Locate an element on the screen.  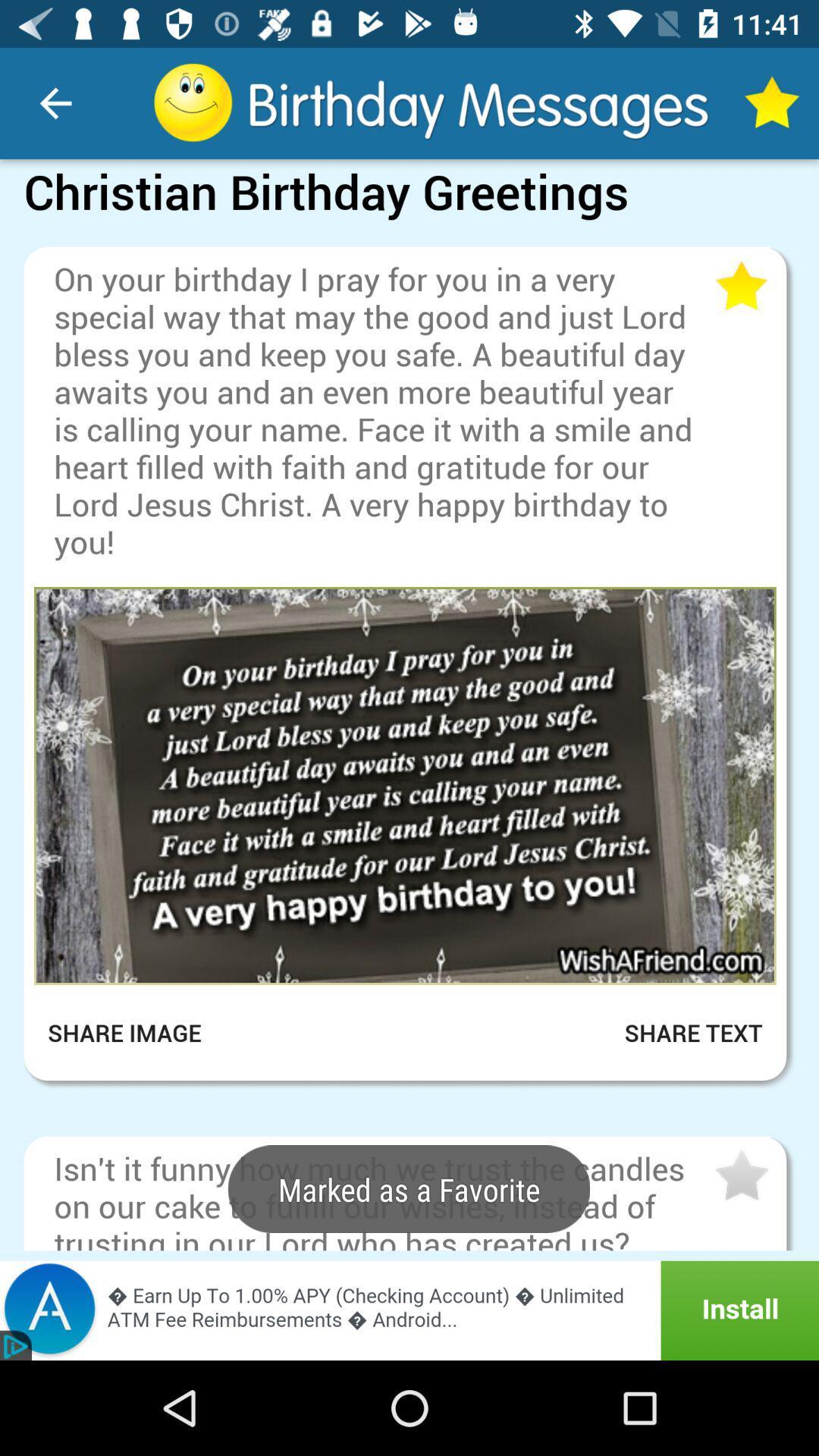
item below the isn t it item is located at coordinates (409, 1310).